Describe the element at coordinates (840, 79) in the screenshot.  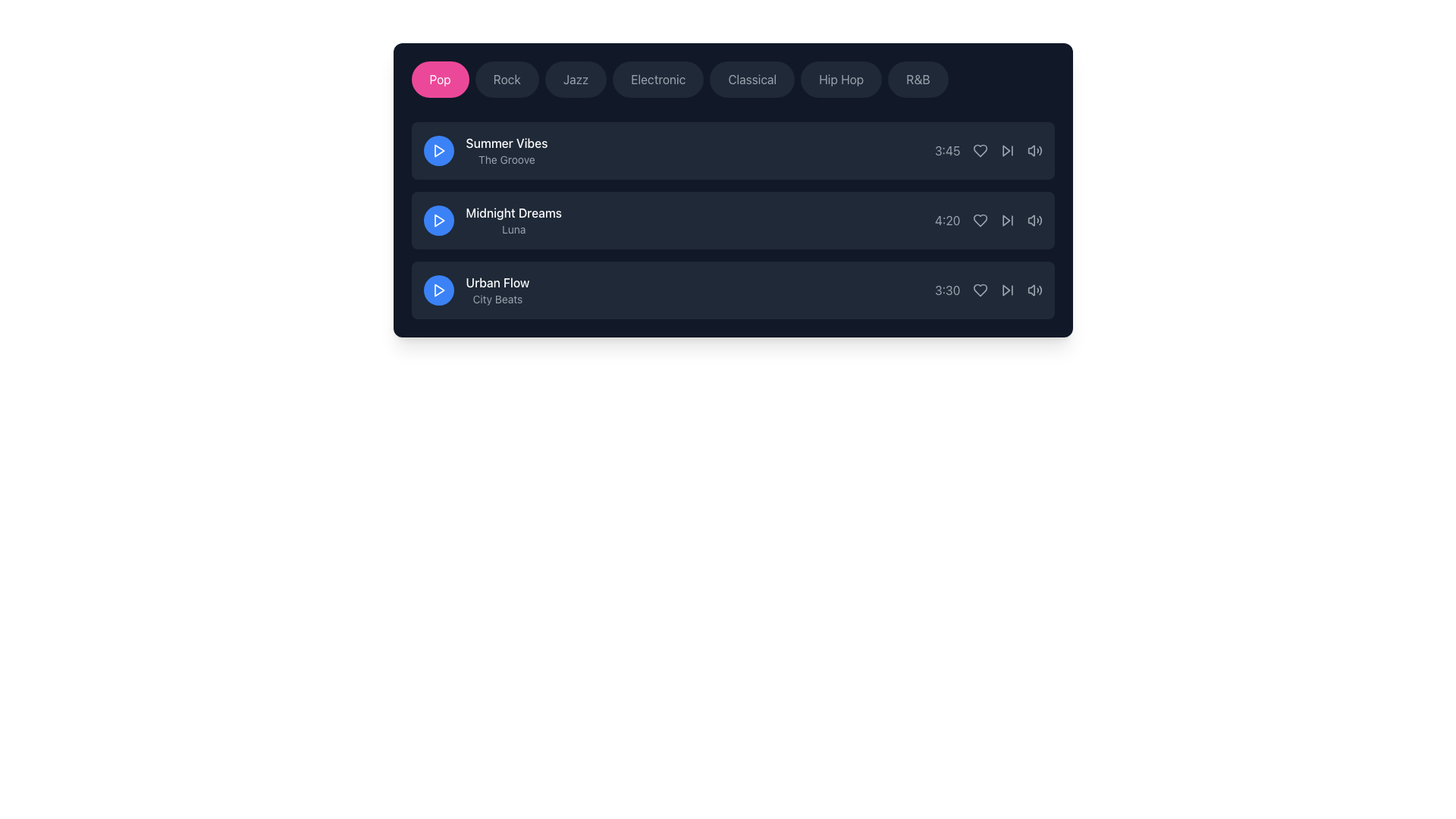
I see `the 'Hip Hop' button, which is a pill-shaped button with light gray text on a dark gray background, to filter the content by the Hip Hop genre` at that location.